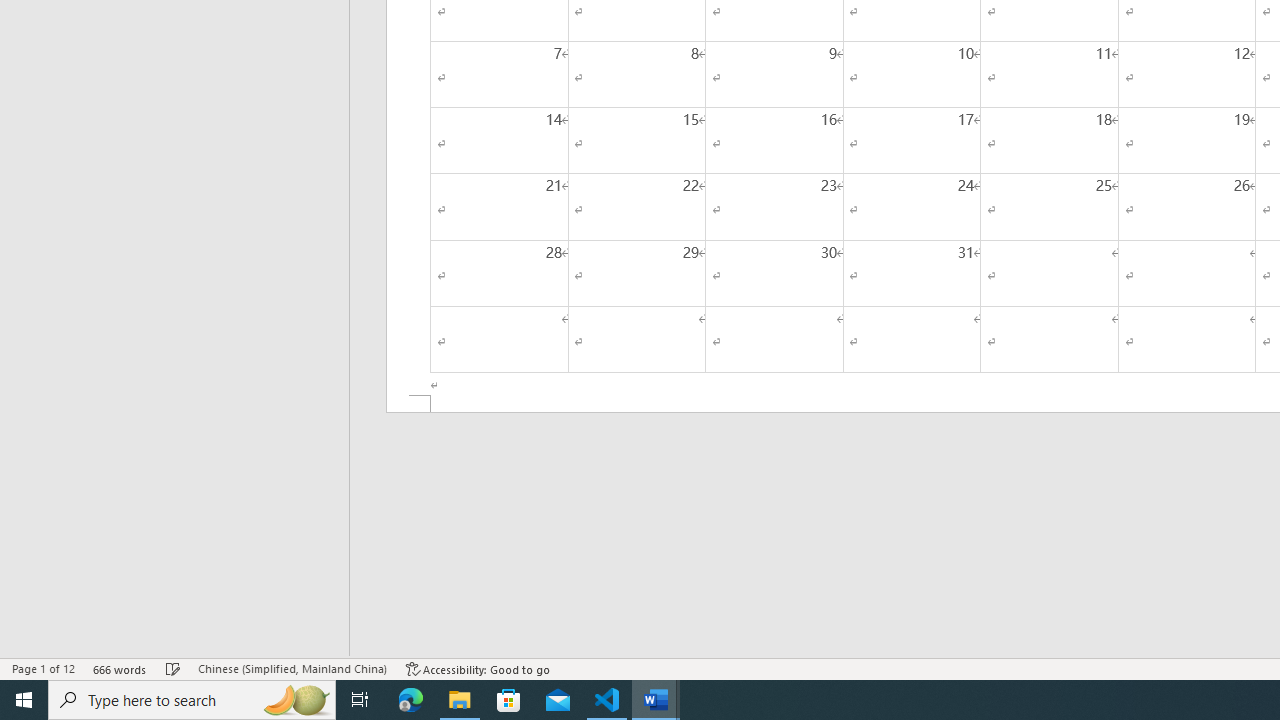  I want to click on 'File Explorer - 1 running window', so click(459, 698).